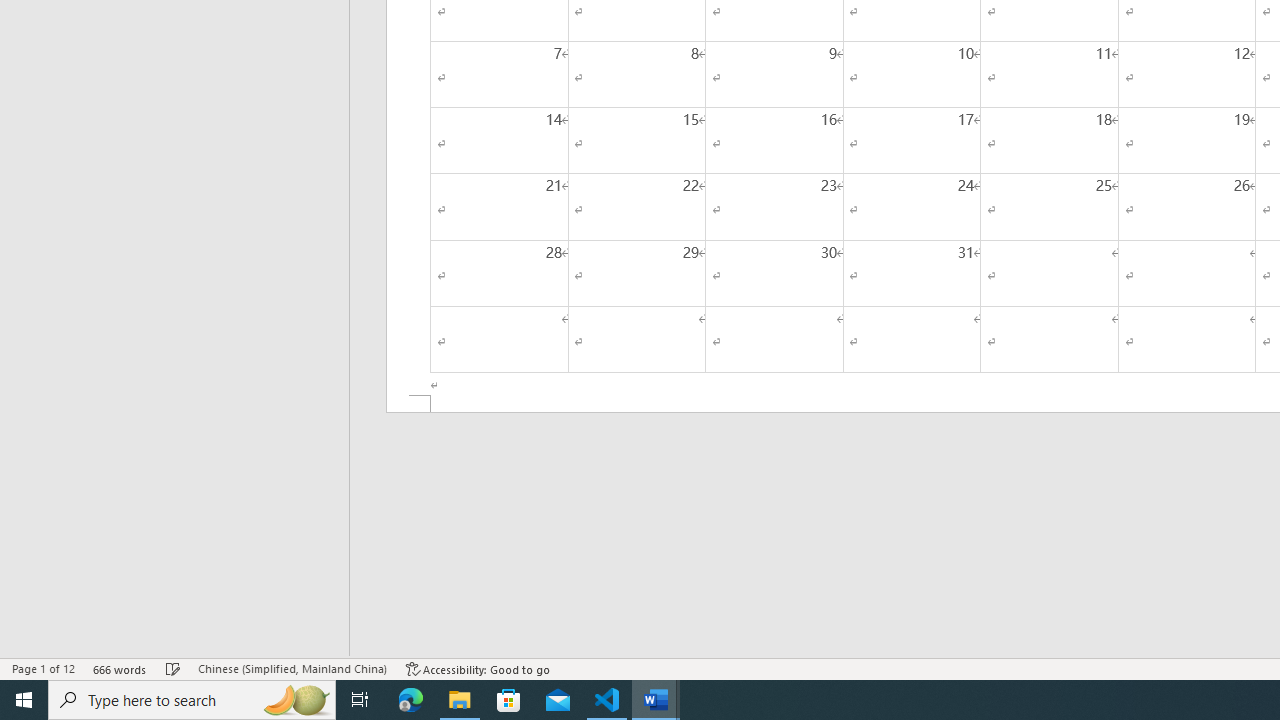  I want to click on 'File Explorer - 1 running window', so click(459, 698).